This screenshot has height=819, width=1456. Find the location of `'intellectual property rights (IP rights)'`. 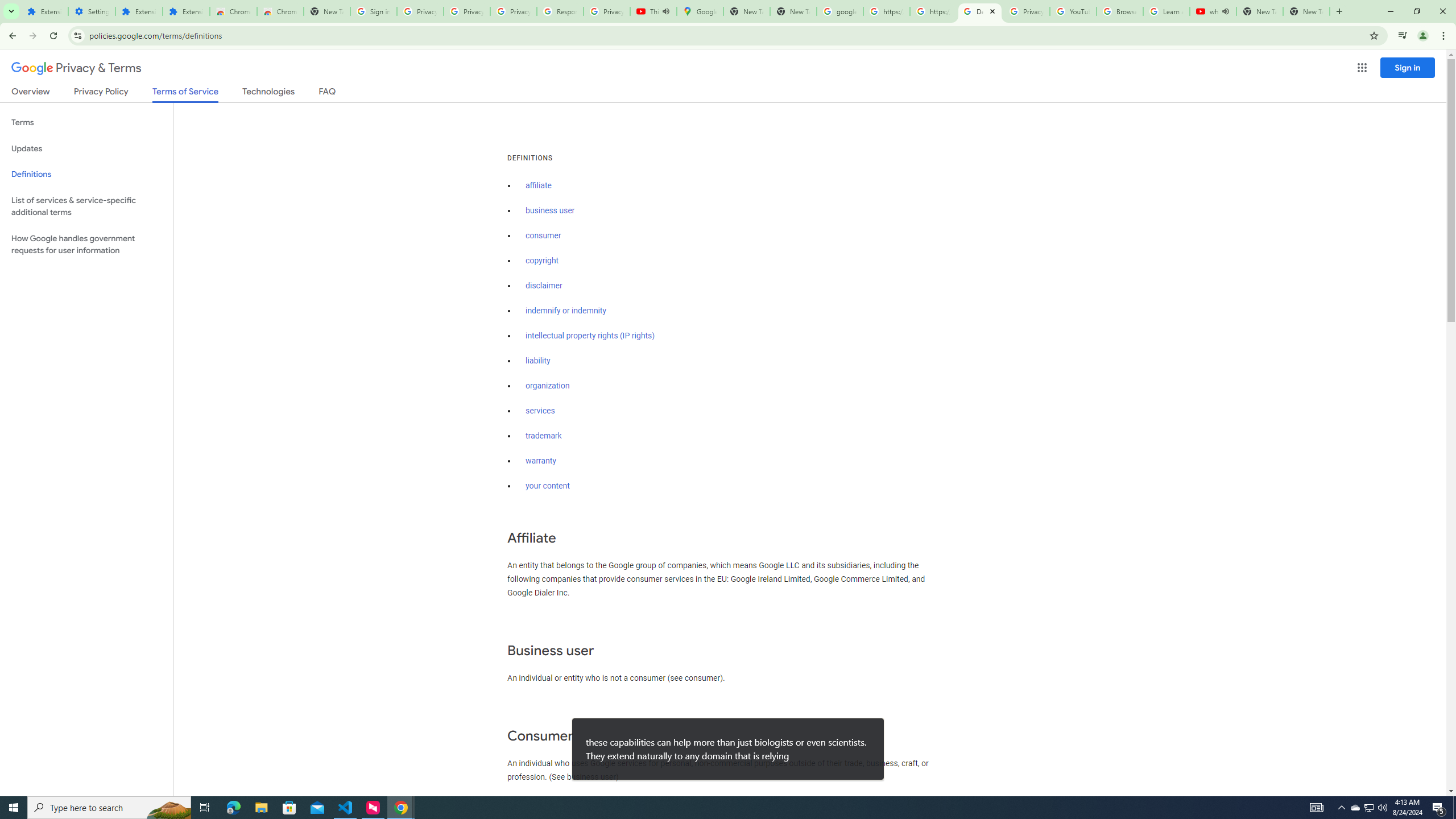

'intellectual property rights (IP rights)' is located at coordinates (590, 336).